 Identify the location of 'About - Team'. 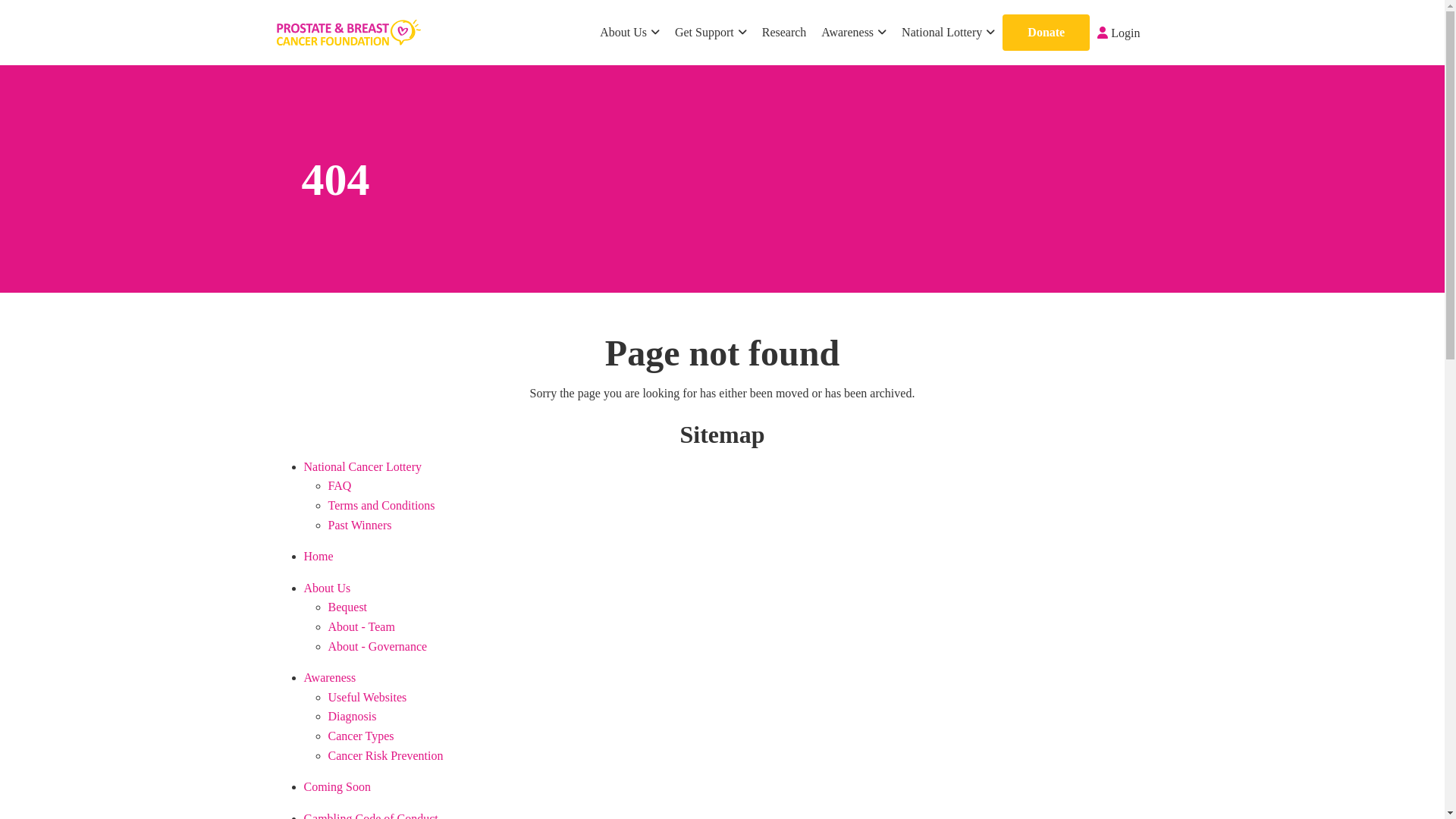
(359, 626).